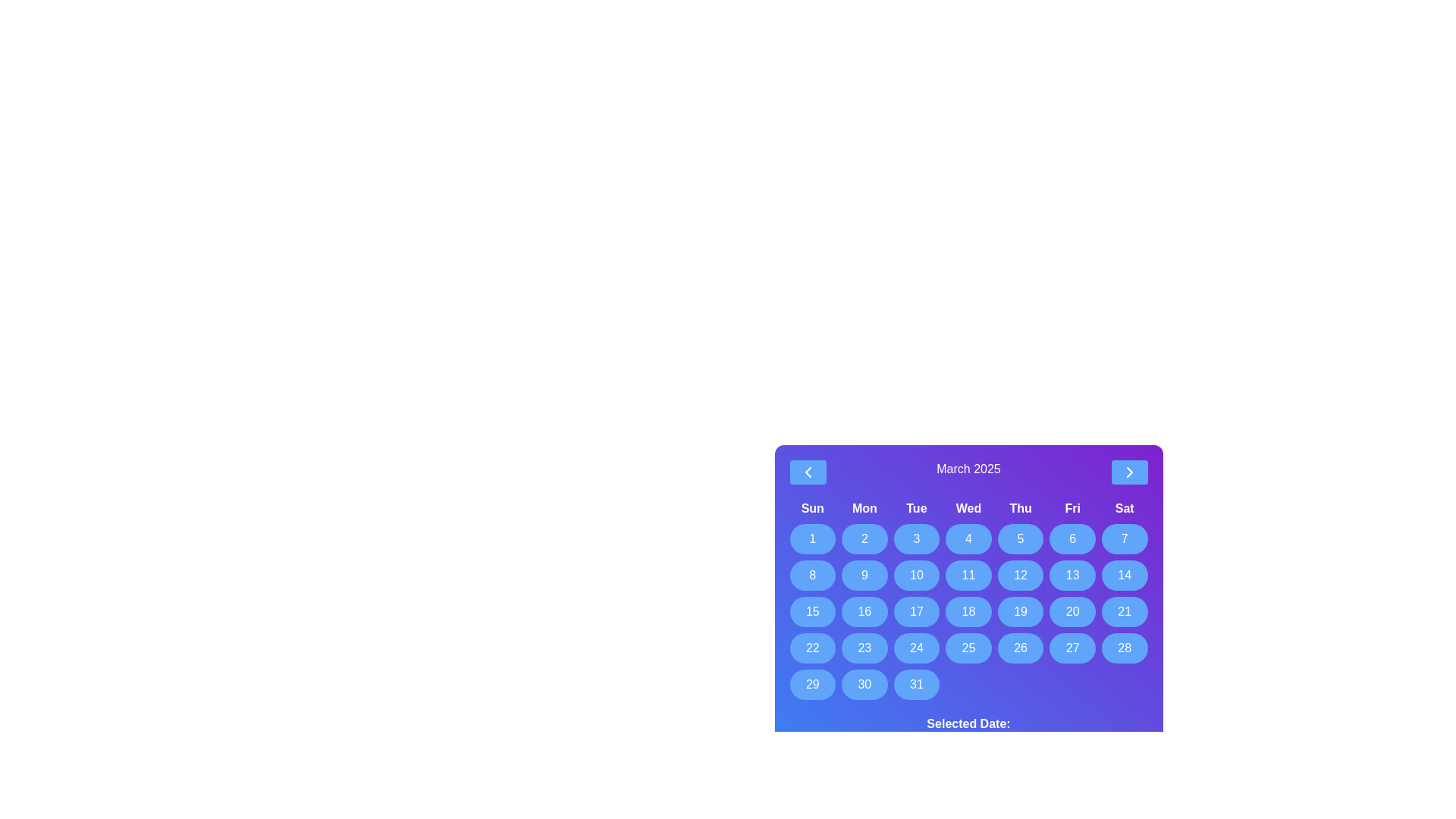 This screenshot has width=1456, height=819. I want to click on the static label indicating 'Saturday' in the calendar header, which is the last element in the sequence of day abbreviations, so click(1125, 509).